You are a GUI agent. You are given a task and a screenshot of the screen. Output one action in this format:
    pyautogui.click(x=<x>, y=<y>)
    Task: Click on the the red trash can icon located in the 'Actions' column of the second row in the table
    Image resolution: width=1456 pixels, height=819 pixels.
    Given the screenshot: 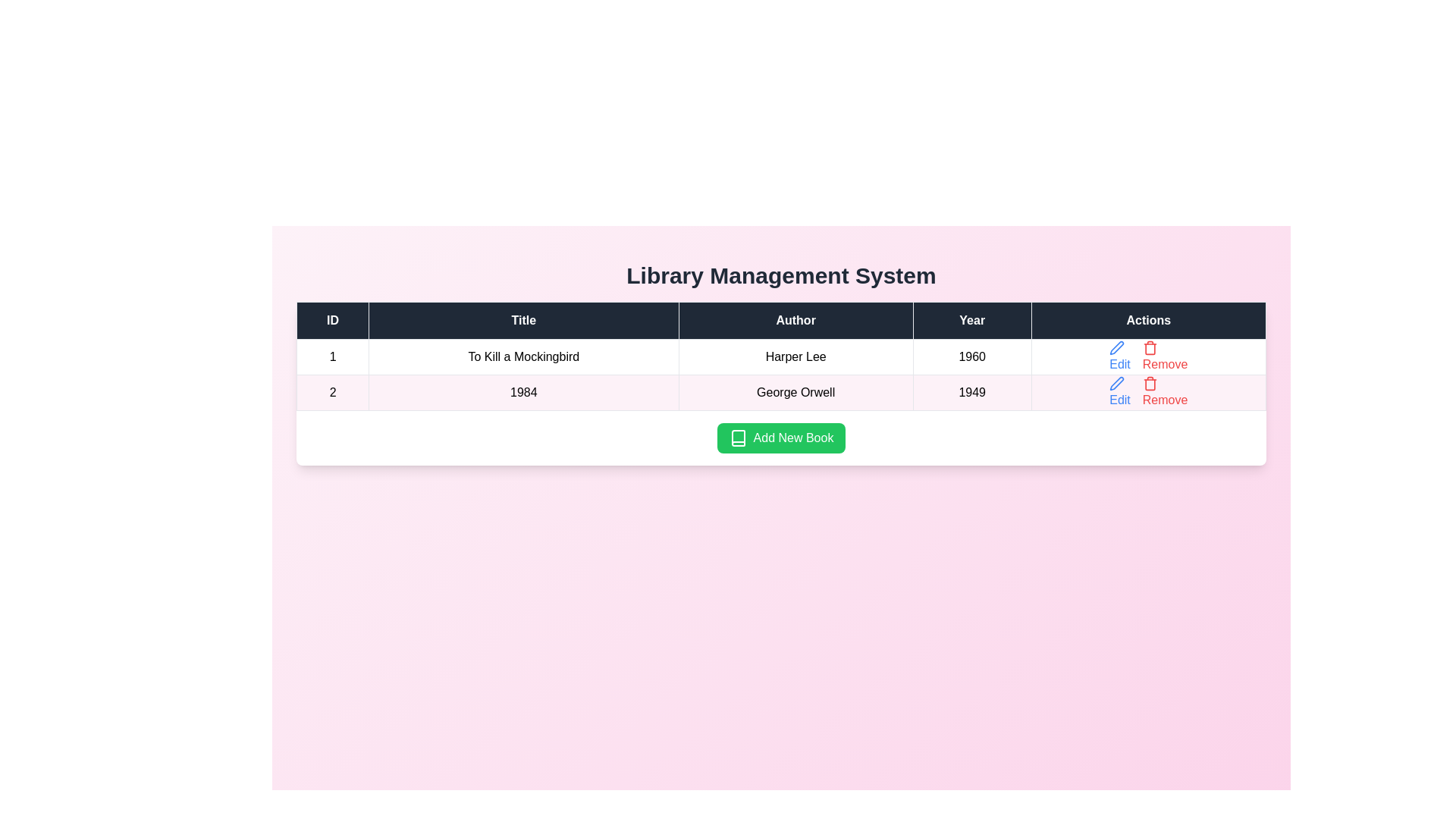 What is the action you would take?
    pyautogui.click(x=1150, y=382)
    